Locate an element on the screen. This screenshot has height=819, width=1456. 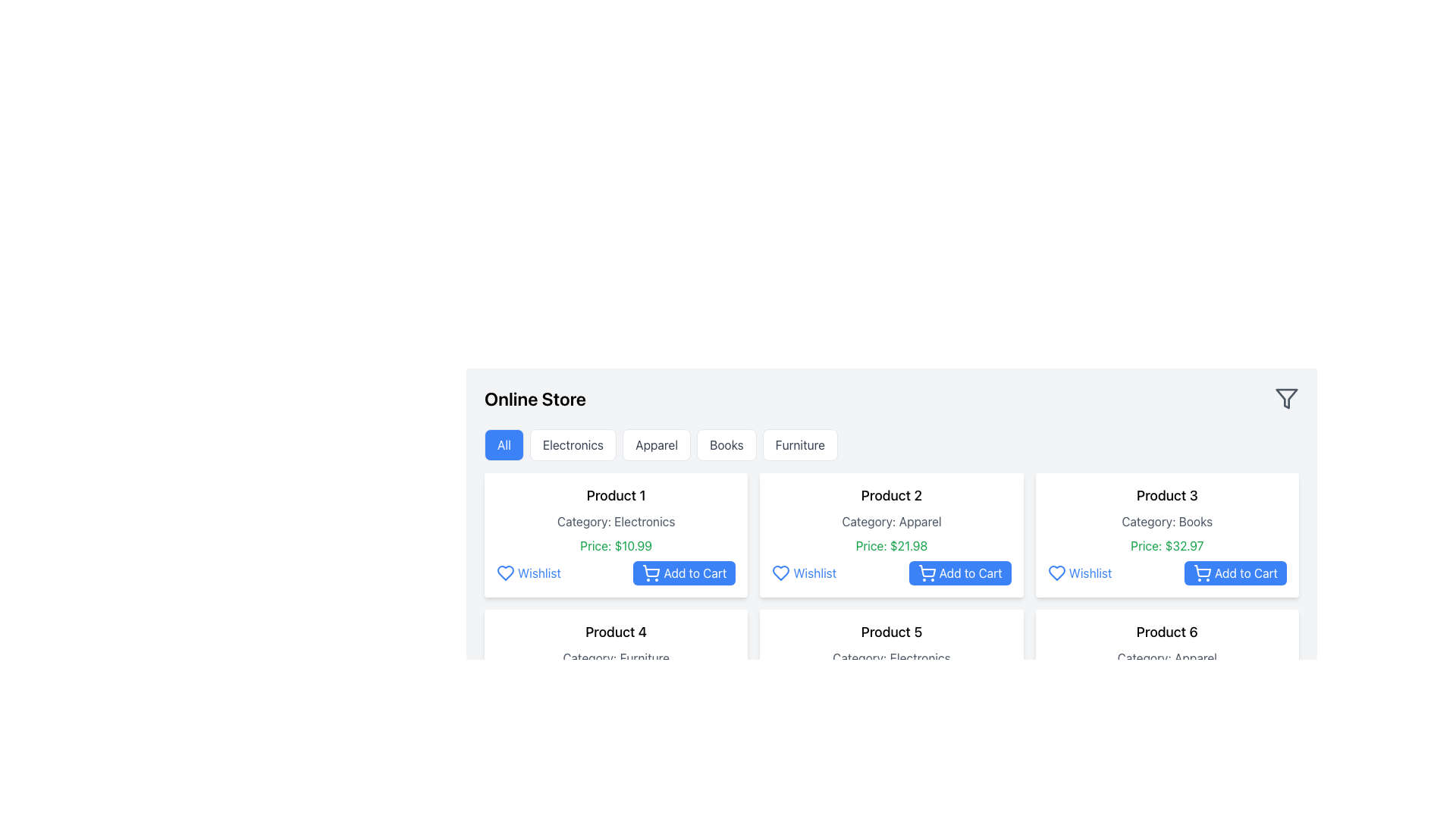
the 'Add to Cart' button with a bright blue background and white text located under 'Product 2' is located at coordinates (959, 573).